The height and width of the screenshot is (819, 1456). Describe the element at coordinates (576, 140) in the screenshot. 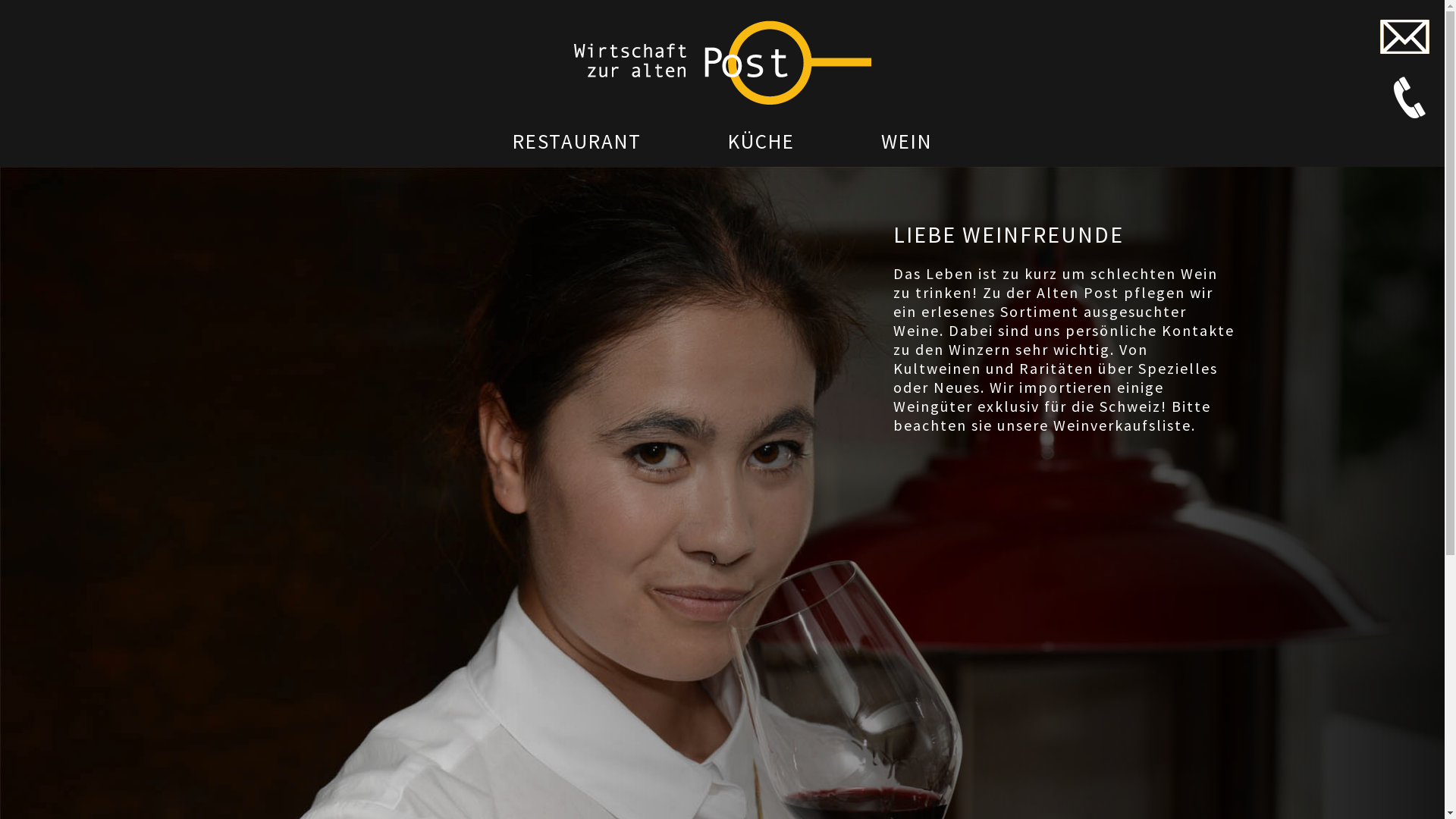

I see `'RESTAURANT'` at that location.